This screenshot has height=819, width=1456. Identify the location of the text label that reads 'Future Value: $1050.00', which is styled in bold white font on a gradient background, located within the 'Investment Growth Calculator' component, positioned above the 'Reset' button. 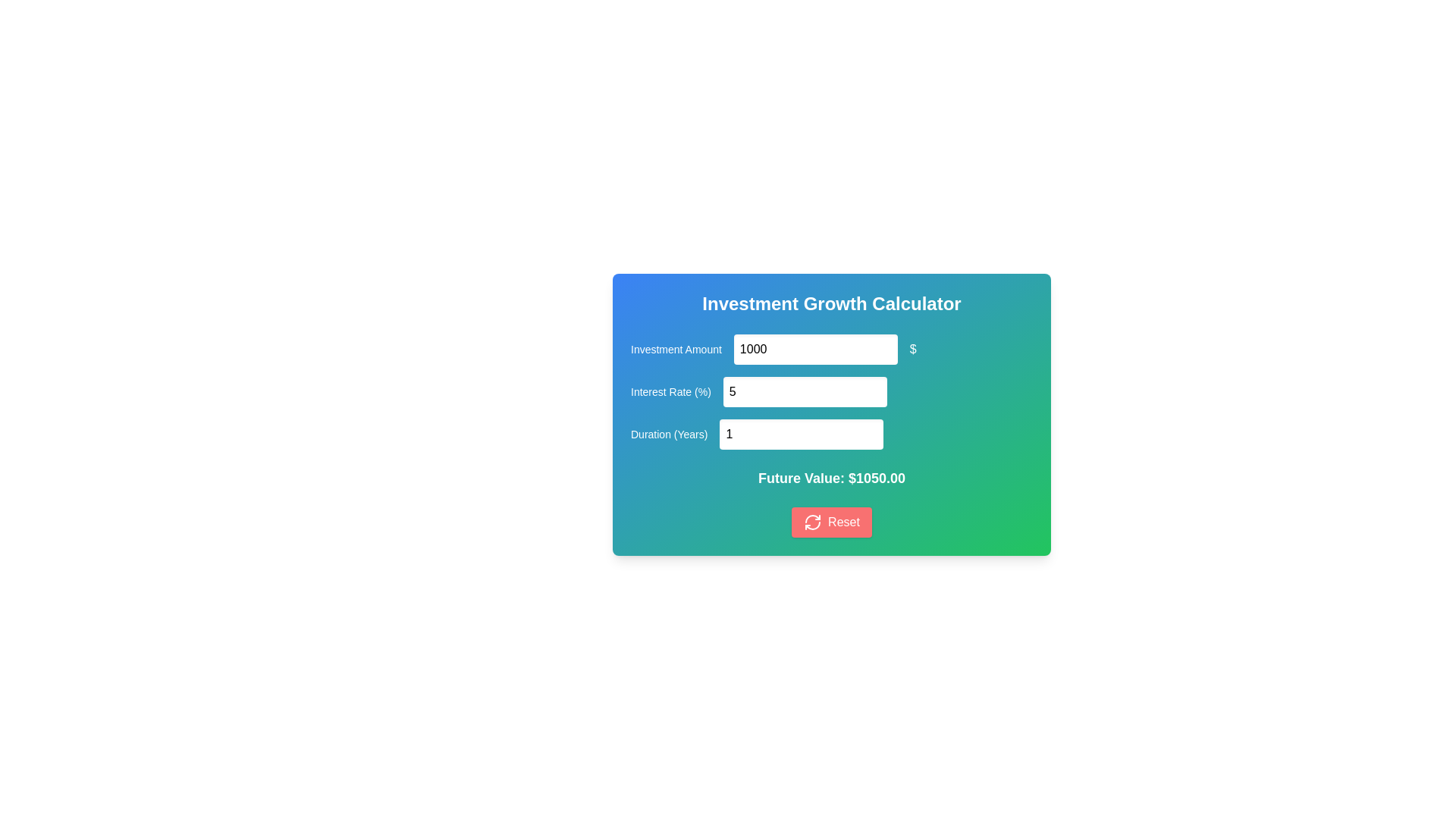
(831, 479).